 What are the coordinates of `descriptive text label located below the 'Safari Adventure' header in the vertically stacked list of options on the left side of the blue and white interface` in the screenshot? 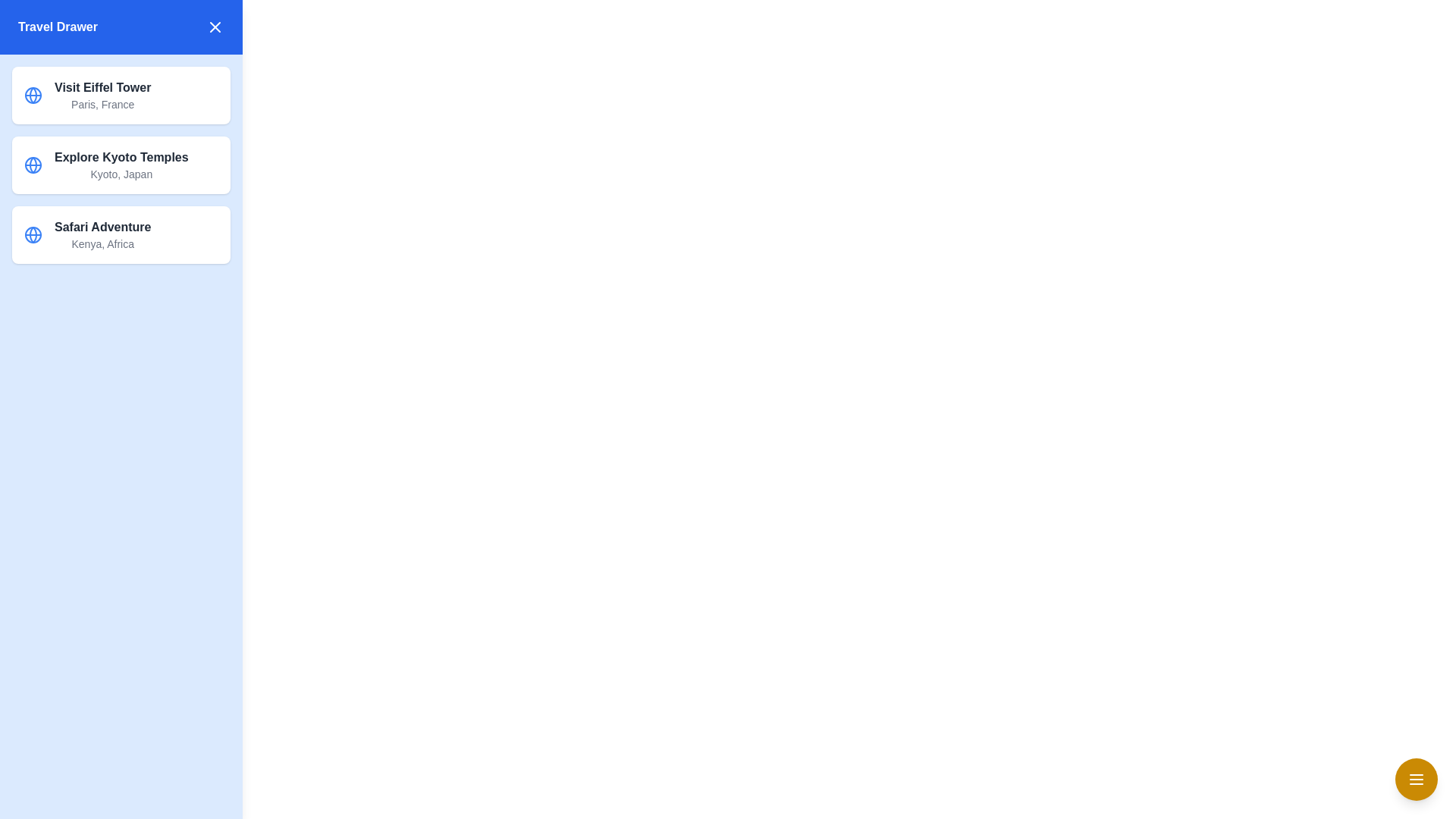 It's located at (102, 243).